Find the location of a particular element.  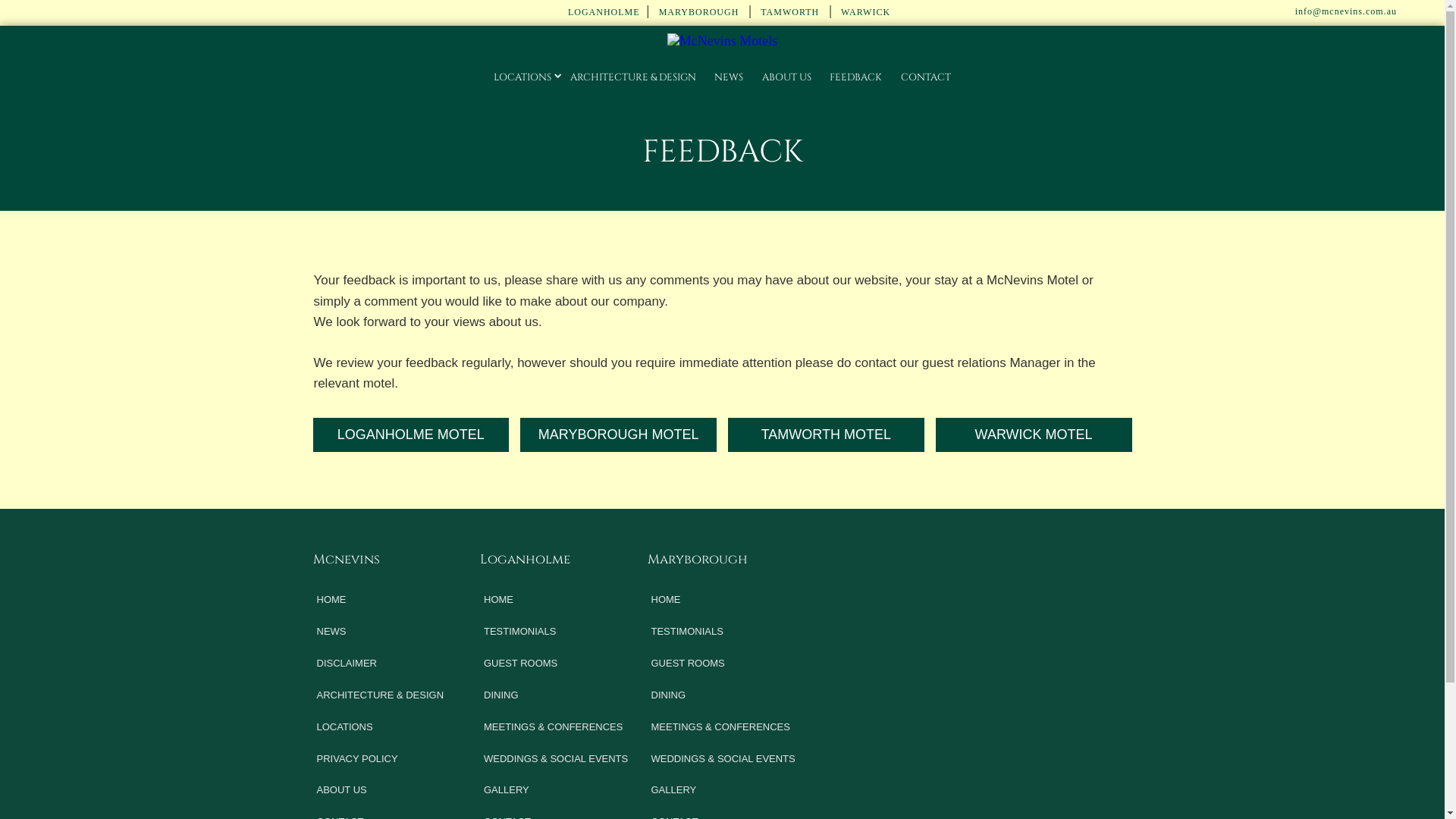

'TESTIMONIALS' is located at coordinates (563, 632).